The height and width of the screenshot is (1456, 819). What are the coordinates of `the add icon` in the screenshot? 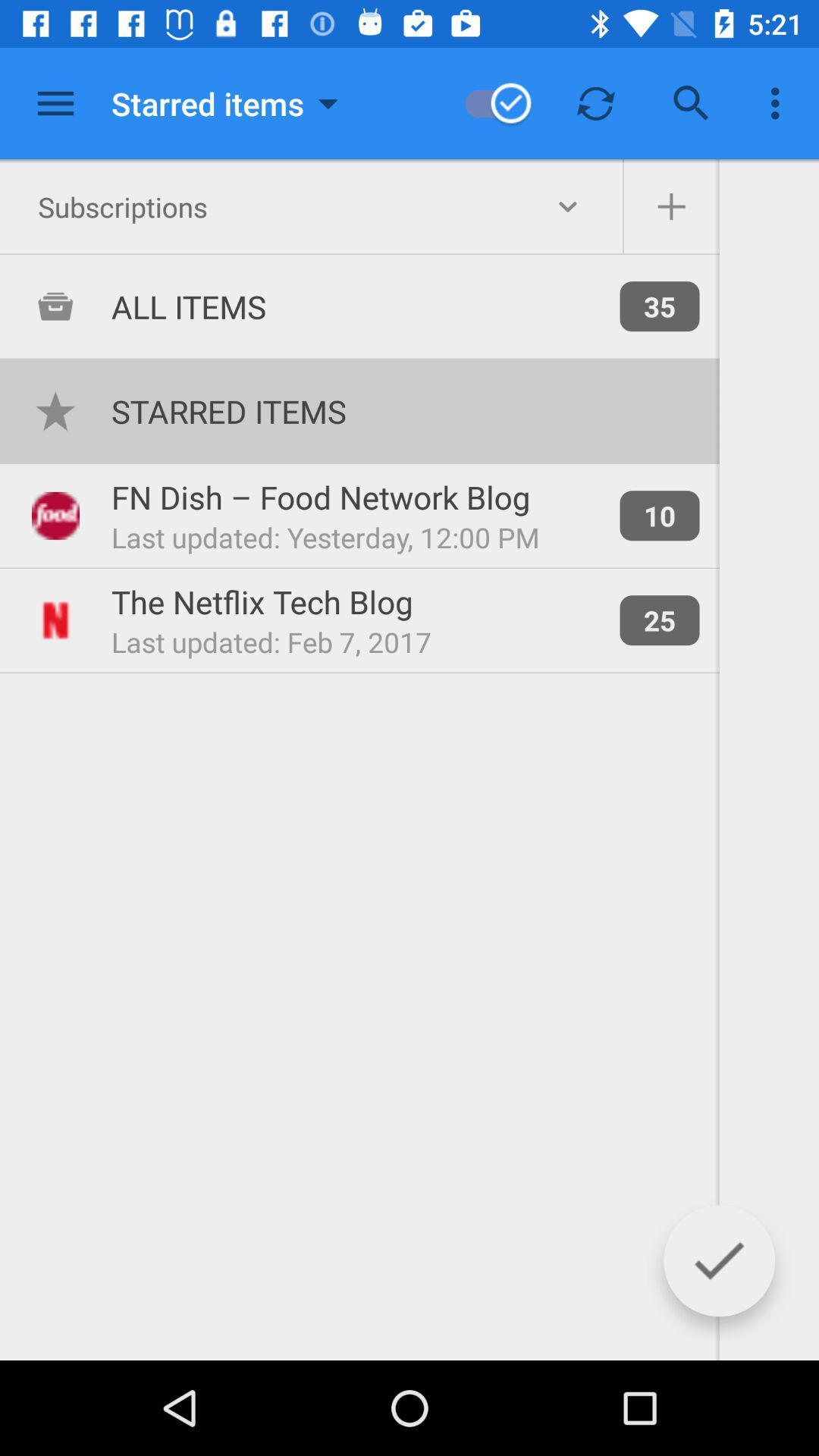 It's located at (670, 206).